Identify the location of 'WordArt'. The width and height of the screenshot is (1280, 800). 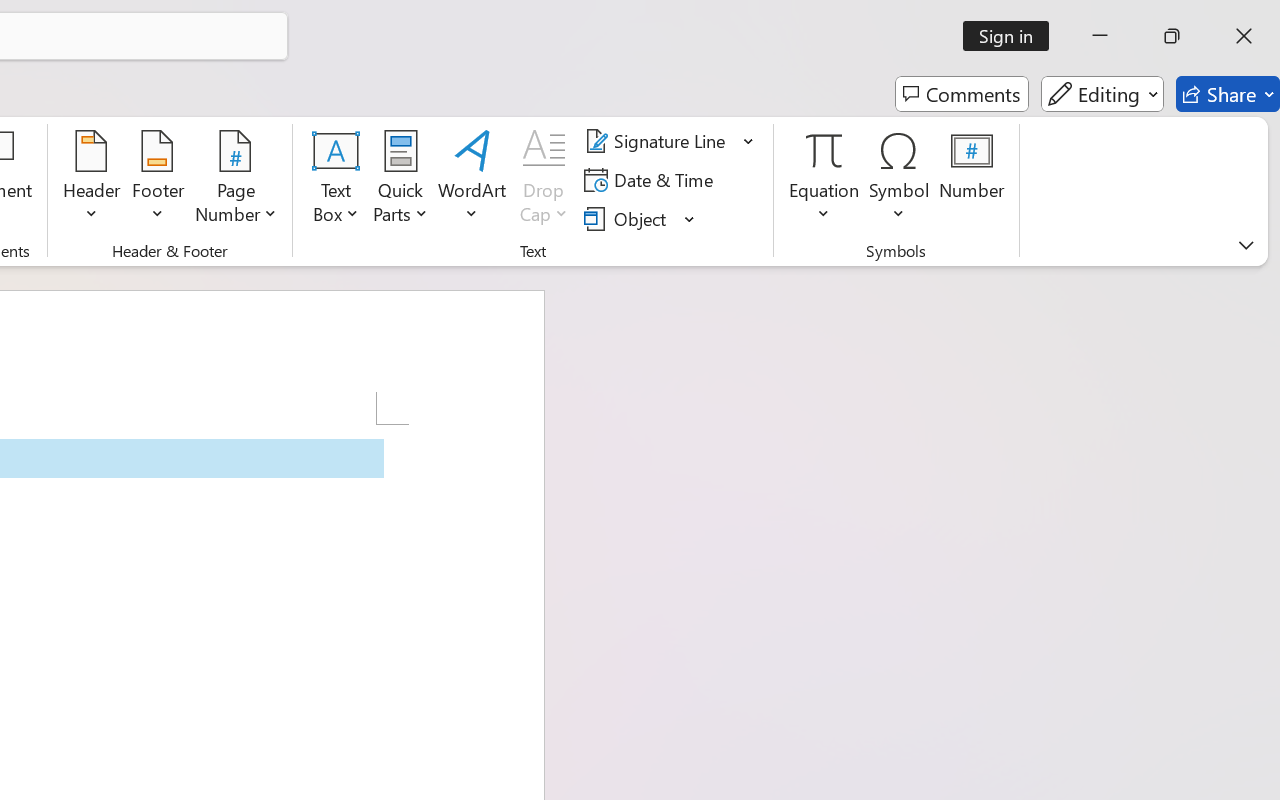
(471, 179).